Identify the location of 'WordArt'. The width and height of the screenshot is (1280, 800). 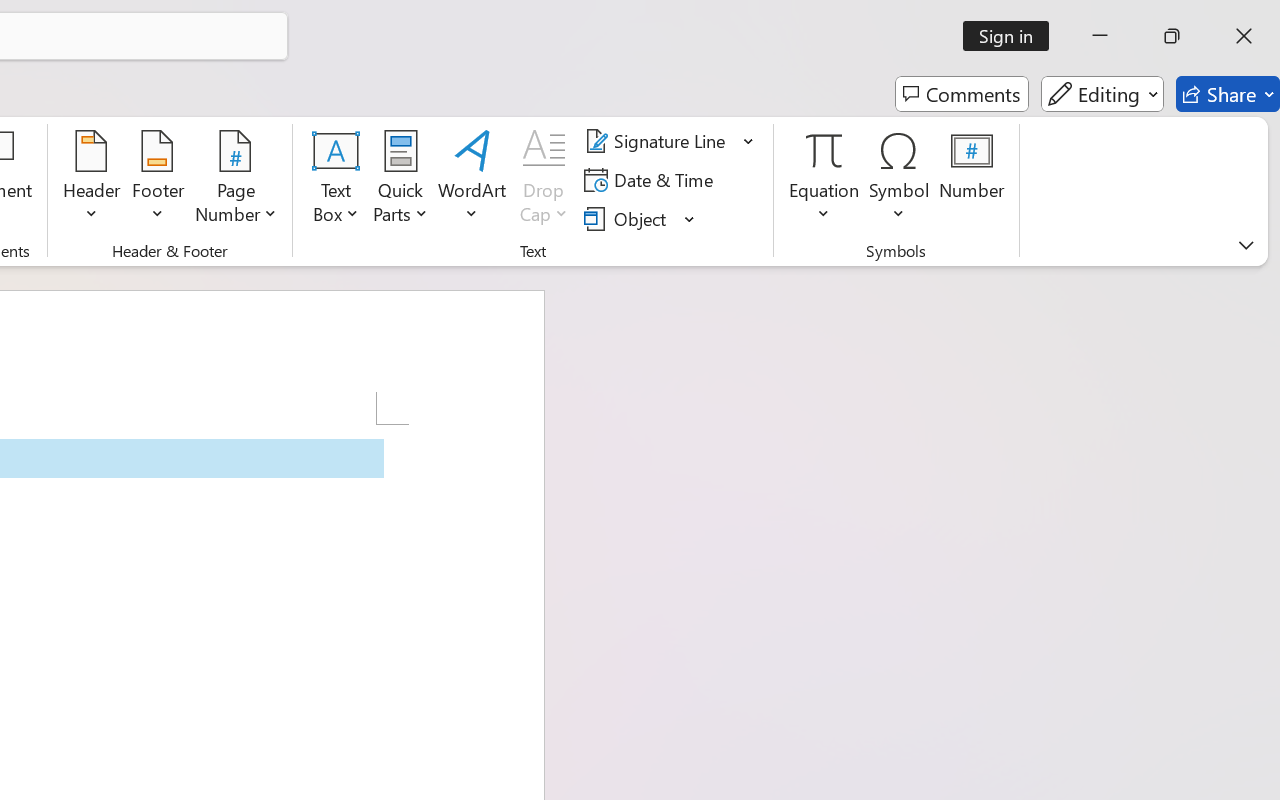
(471, 179).